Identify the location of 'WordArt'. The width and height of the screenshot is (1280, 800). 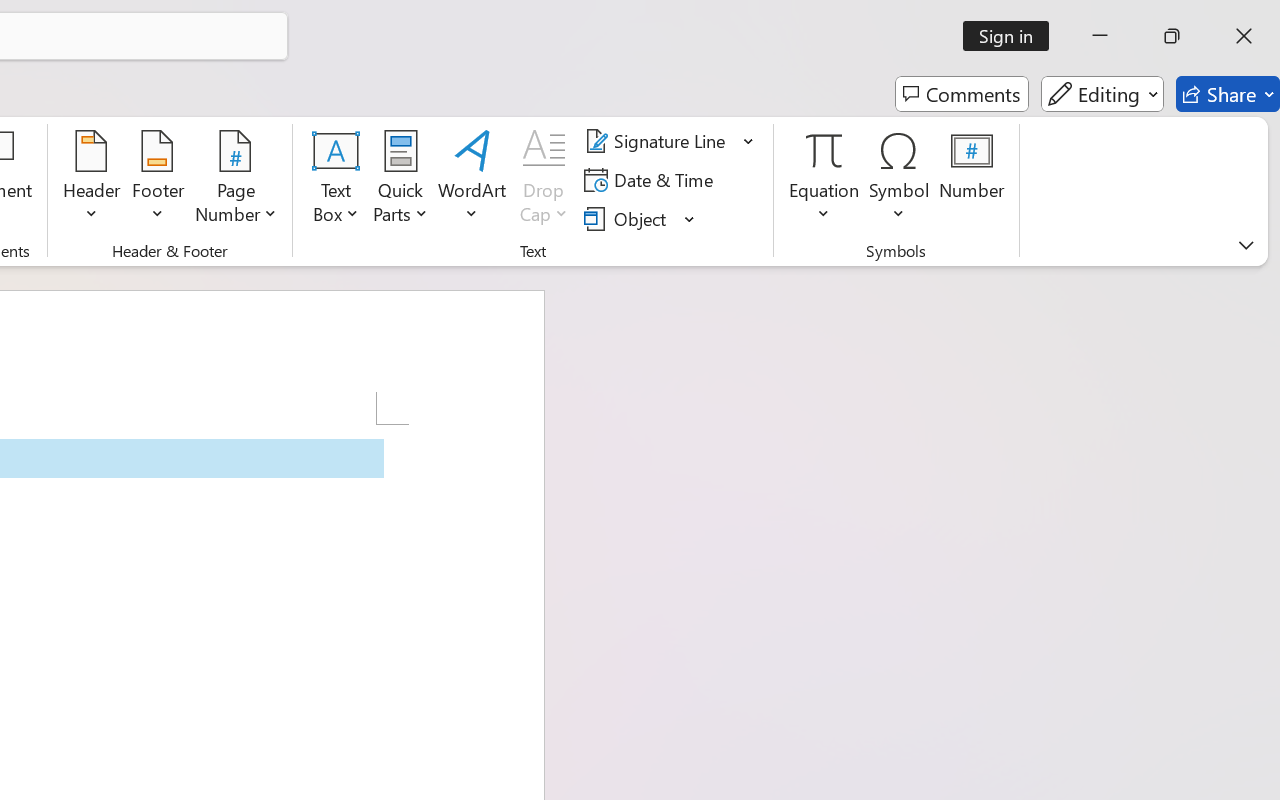
(471, 179).